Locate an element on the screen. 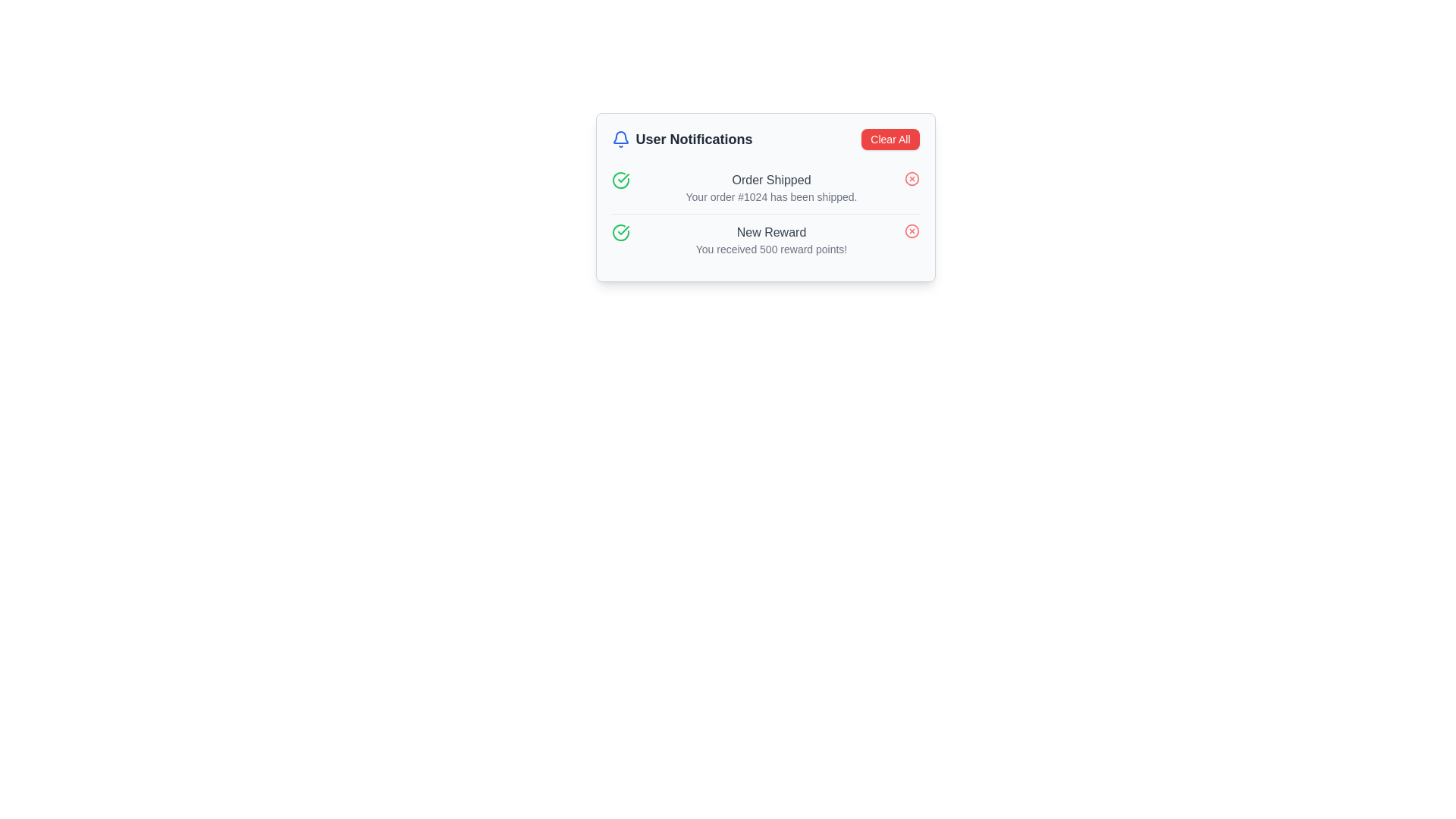 This screenshot has height=819, width=1456. the notification icon that indicates successful processing of the notification, located to the left of the 'Order Shipped' text is located at coordinates (623, 231).